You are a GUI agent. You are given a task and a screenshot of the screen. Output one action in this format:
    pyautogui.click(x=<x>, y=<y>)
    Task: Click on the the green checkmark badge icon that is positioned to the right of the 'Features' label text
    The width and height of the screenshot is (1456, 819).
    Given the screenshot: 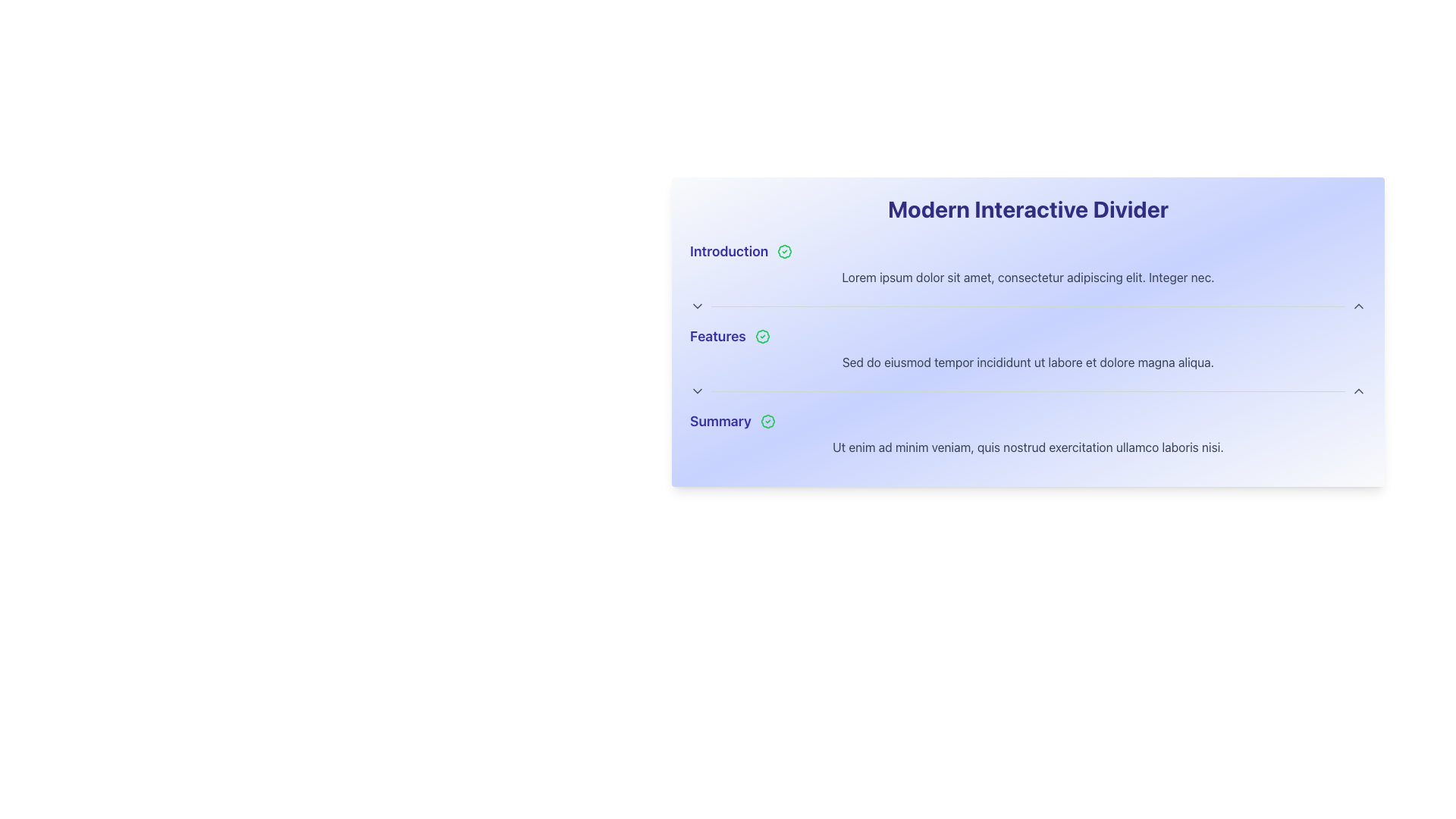 What is the action you would take?
    pyautogui.click(x=762, y=335)
    